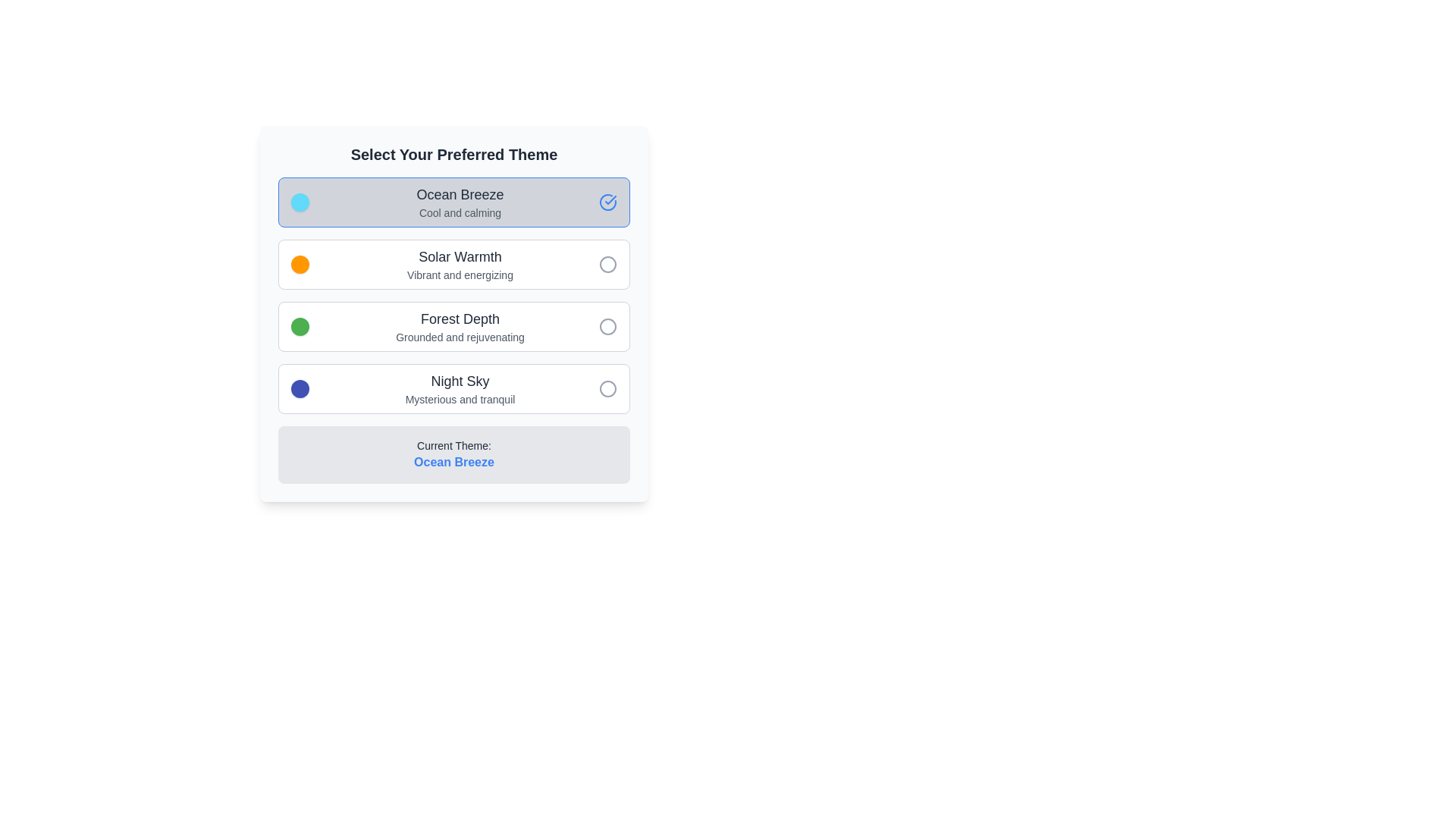  What do you see at coordinates (459, 263) in the screenshot?
I see `the 'Solar Warmth' text label, which is the second clickable list item in the theme selection component, located just below the 'Ocean Breeze' option` at bounding box center [459, 263].